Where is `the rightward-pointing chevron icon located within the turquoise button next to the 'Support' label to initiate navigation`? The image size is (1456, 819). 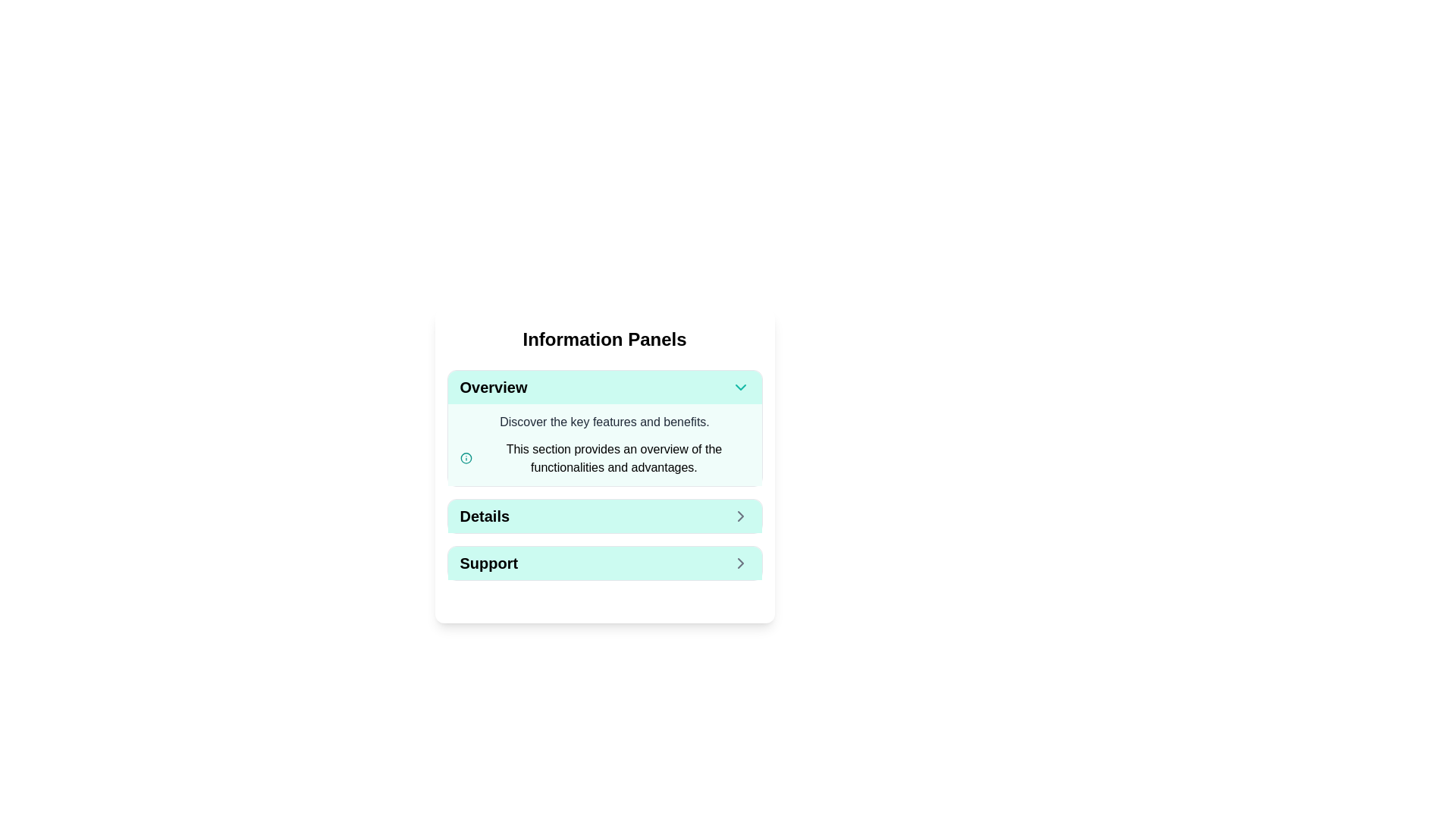 the rightward-pointing chevron icon located within the turquoise button next to the 'Support' label to initiate navigation is located at coordinates (740, 516).